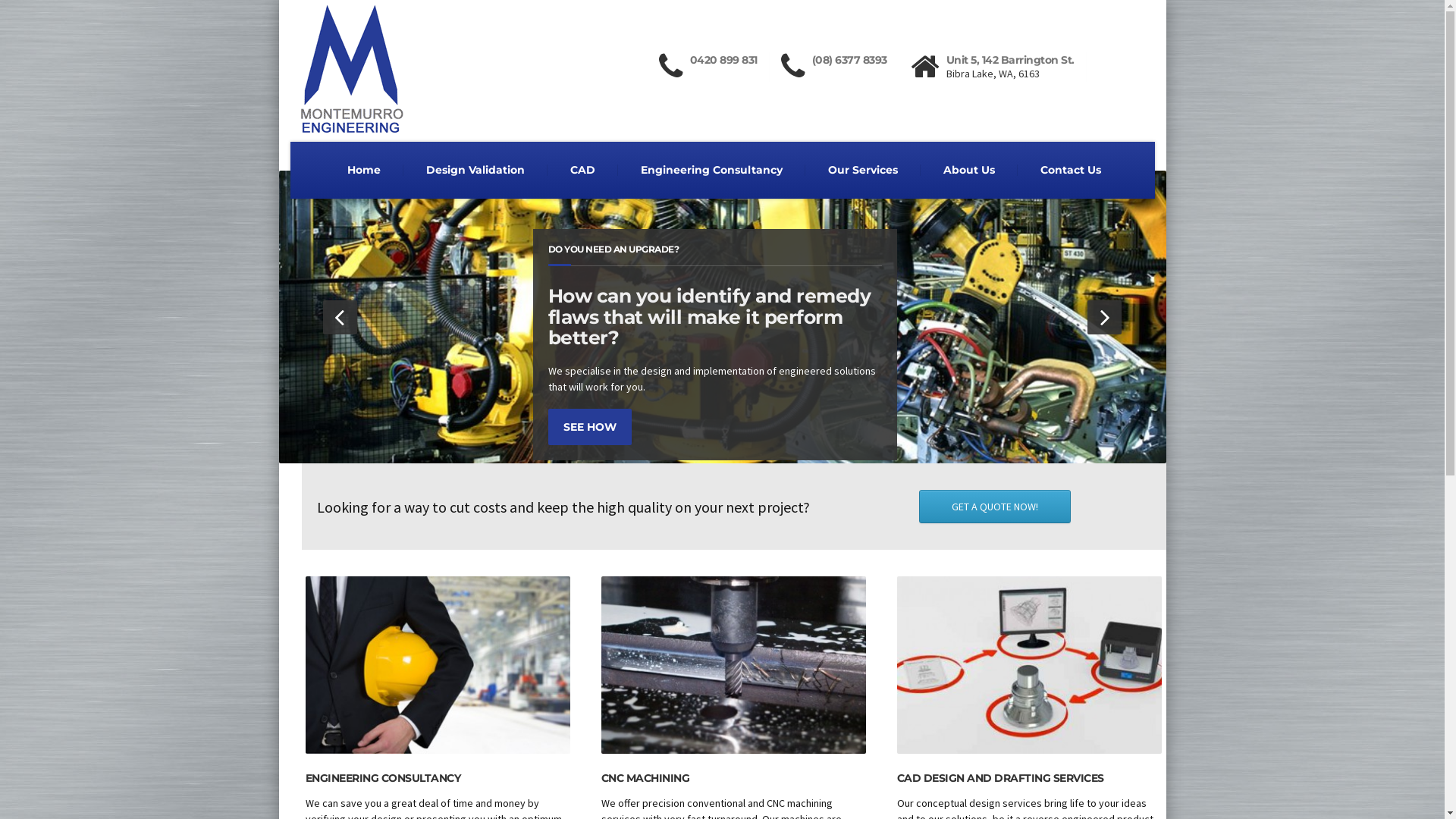  What do you see at coordinates (304, 778) in the screenshot?
I see `'ENGINEERING CONSULTANCY'` at bounding box center [304, 778].